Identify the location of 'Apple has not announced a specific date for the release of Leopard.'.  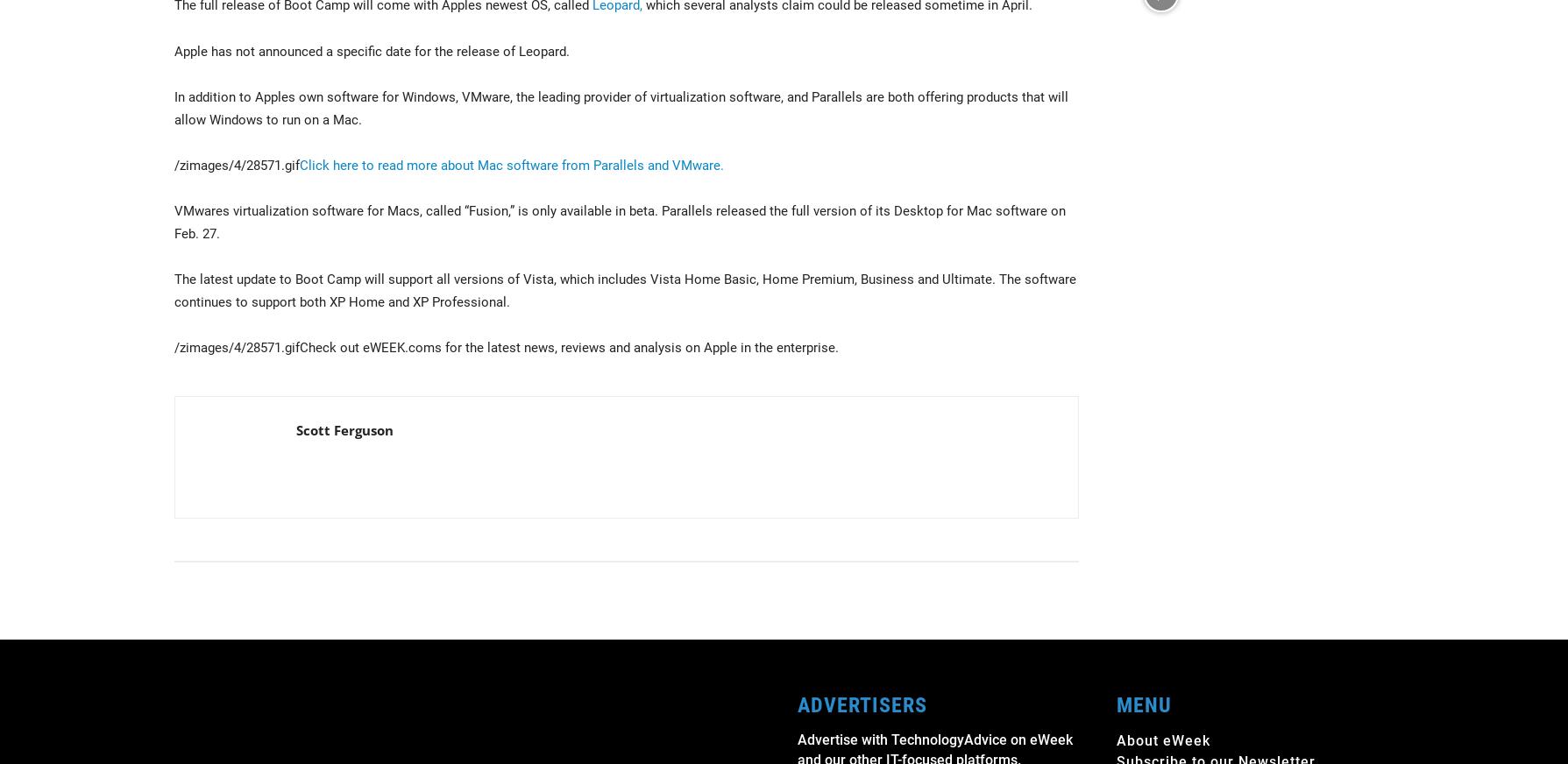
(370, 49).